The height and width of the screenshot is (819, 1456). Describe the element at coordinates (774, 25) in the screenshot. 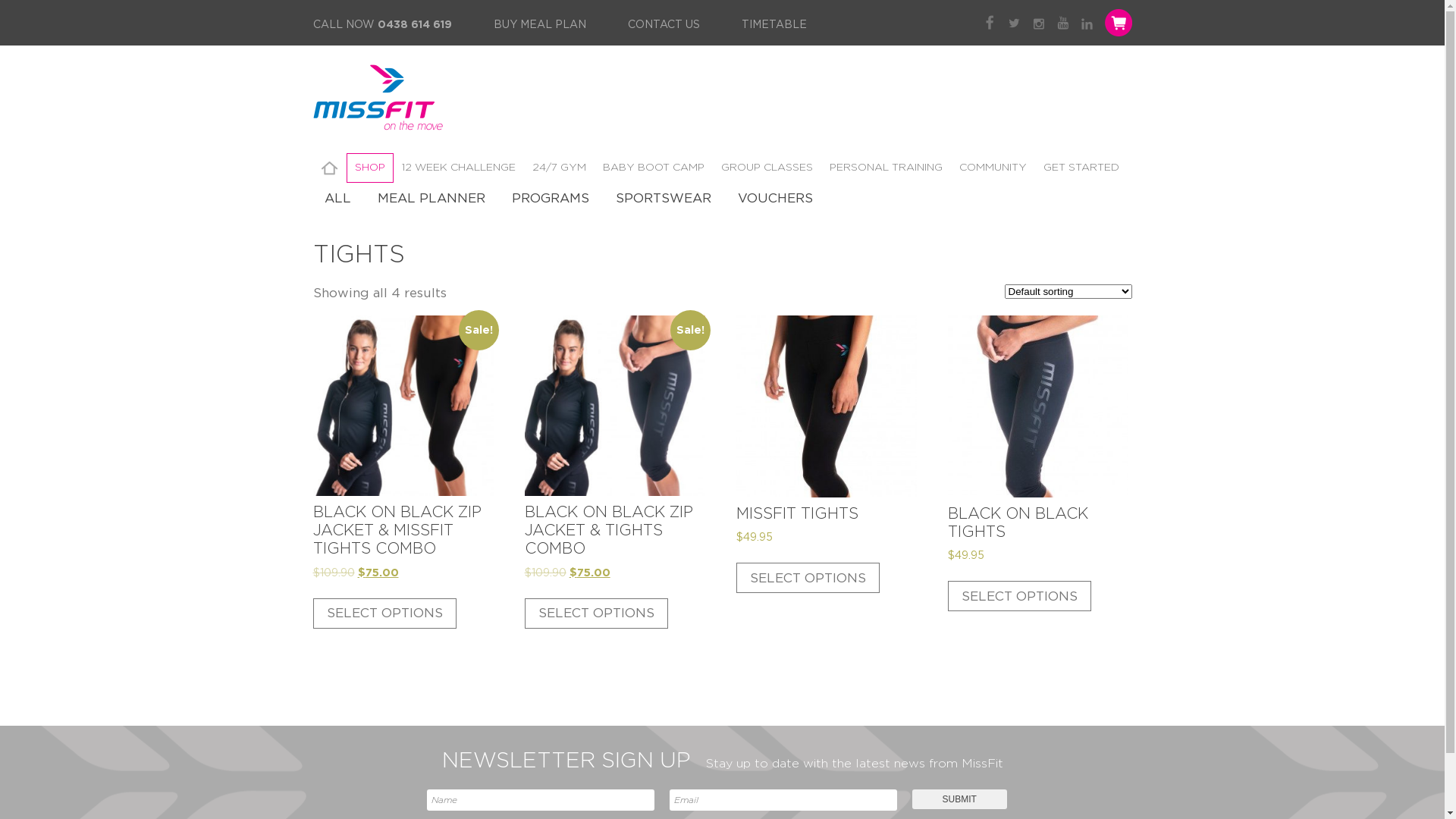

I see `'TIMETABLE'` at that location.